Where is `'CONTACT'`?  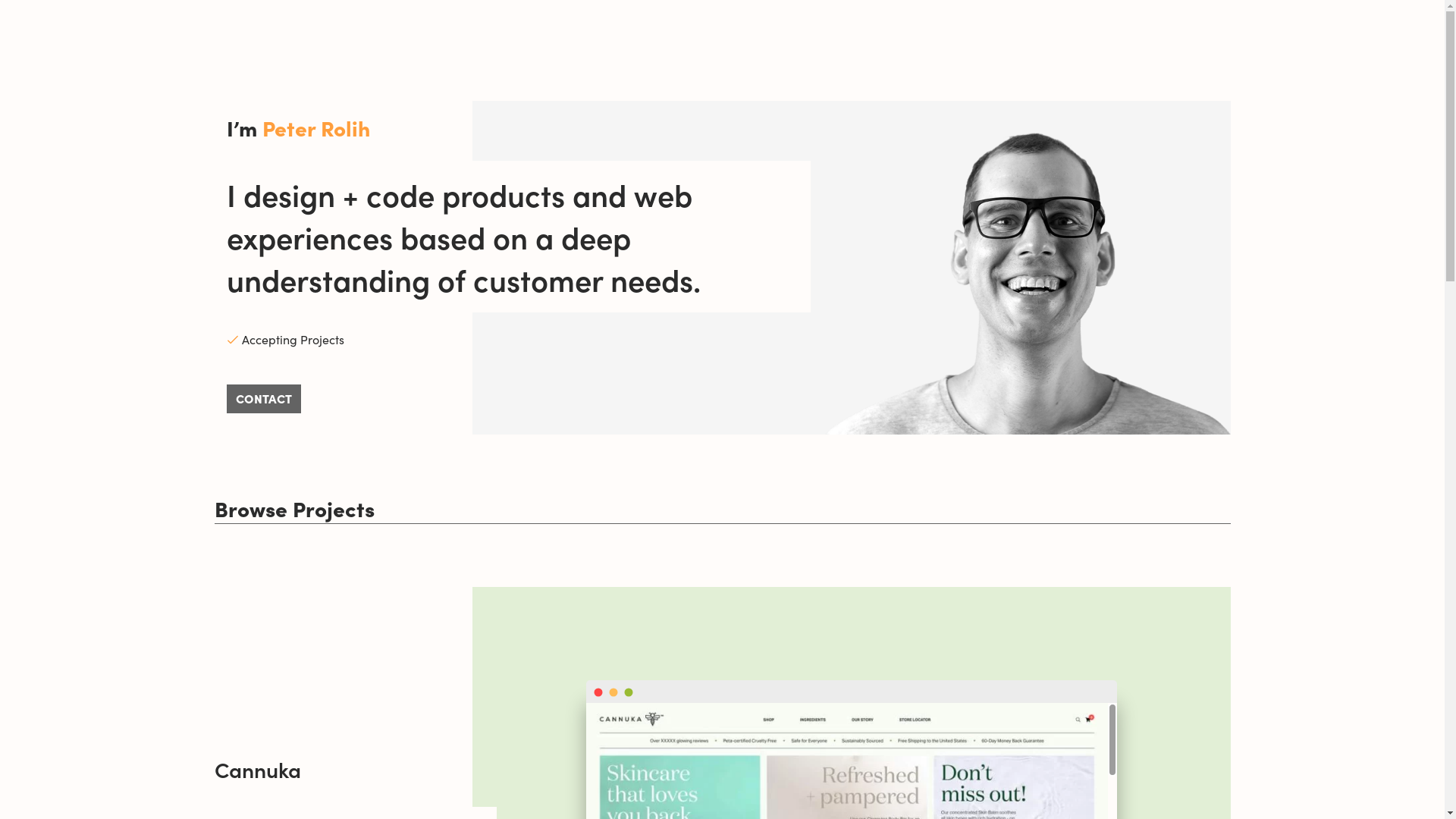 'CONTACT' is located at coordinates (262, 397).